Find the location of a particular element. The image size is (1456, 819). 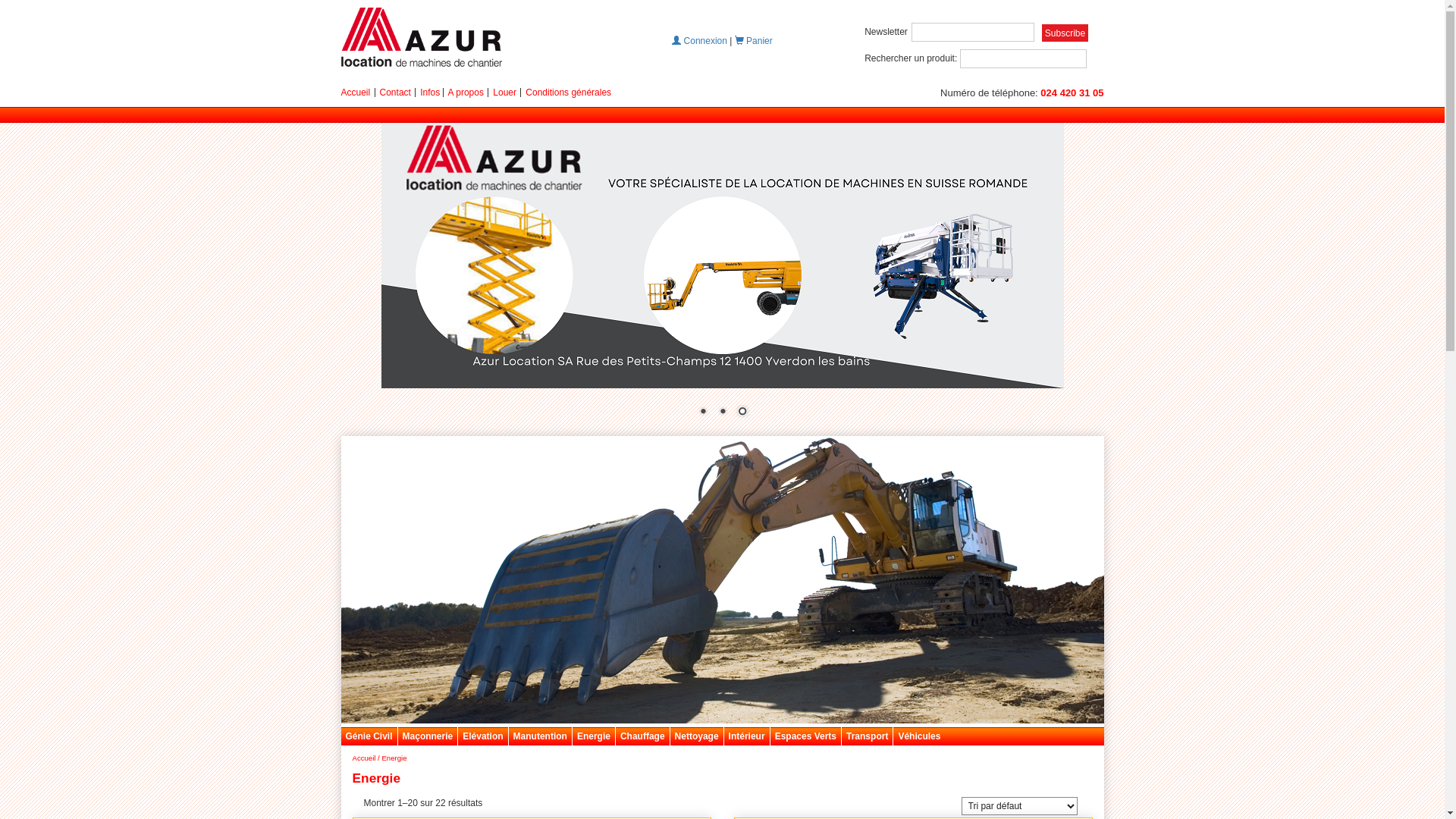

'Espaces Verts' is located at coordinates (805, 736).